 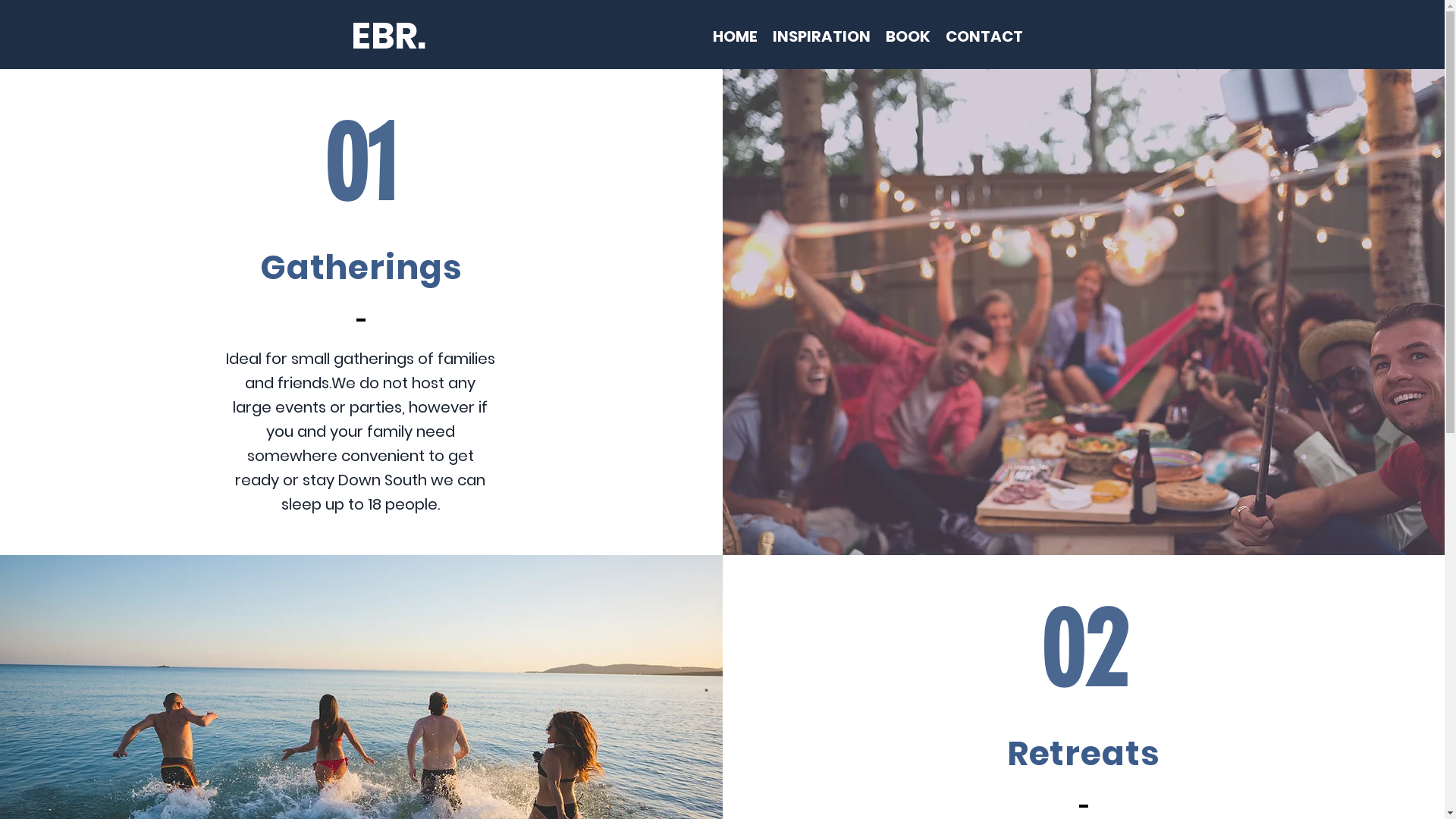 What do you see at coordinates (937, 35) in the screenshot?
I see `'CONTACT'` at bounding box center [937, 35].